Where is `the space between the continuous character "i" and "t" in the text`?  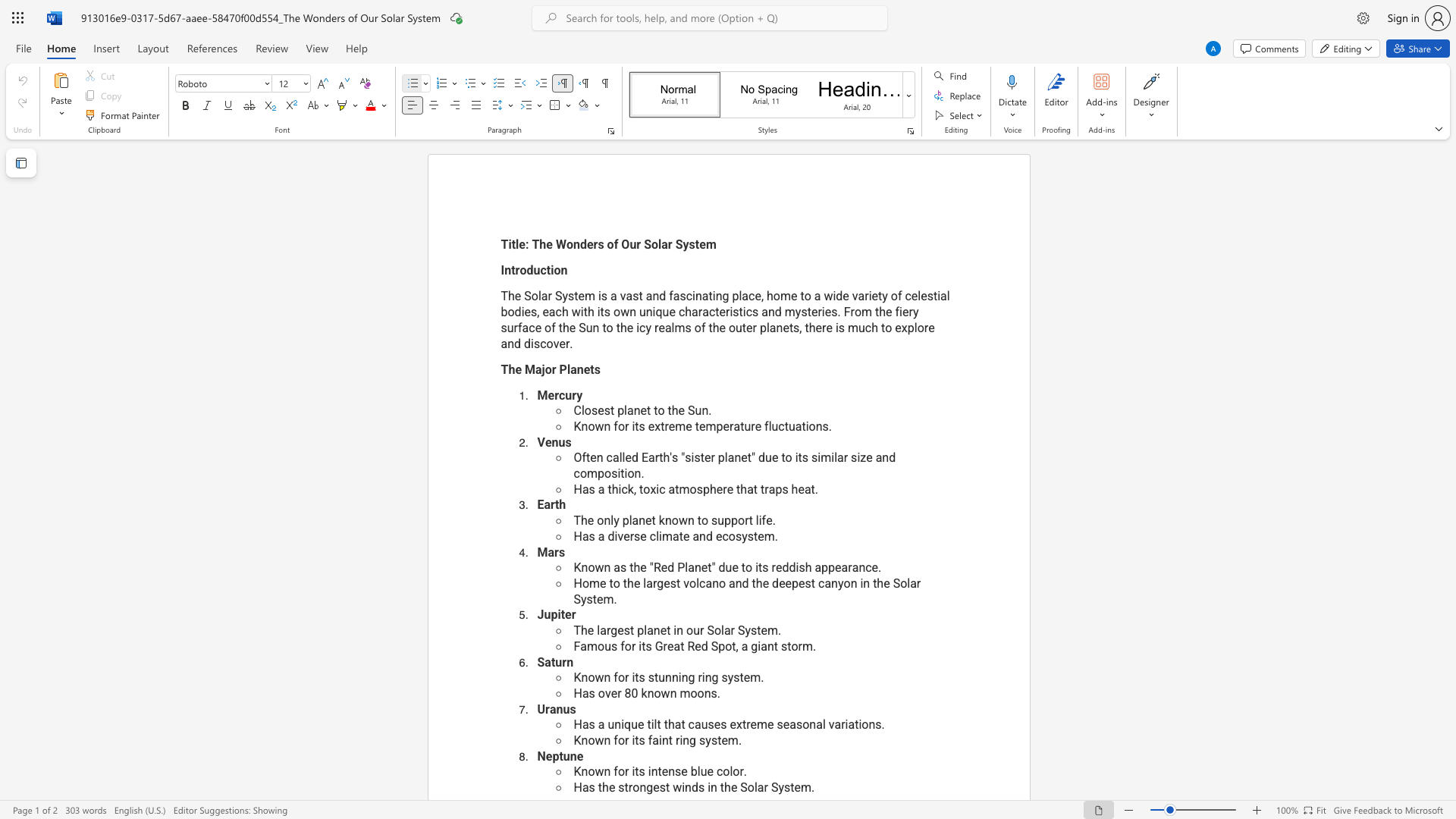 the space between the continuous character "i" and "t" in the text is located at coordinates (635, 426).